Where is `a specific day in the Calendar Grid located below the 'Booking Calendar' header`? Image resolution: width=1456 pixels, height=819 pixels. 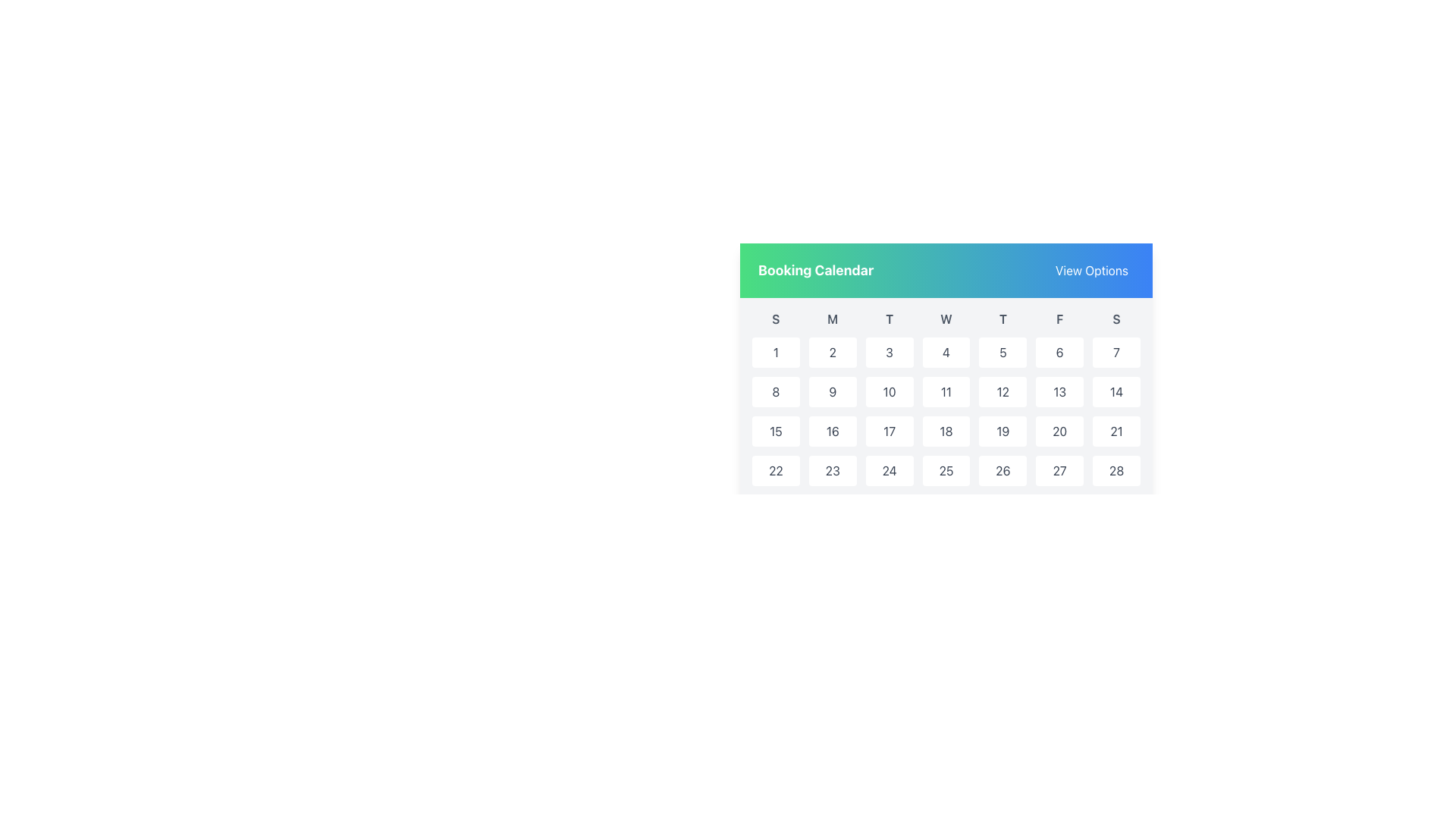 a specific day in the Calendar Grid located below the 'Booking Calendar' header is located at coordinates (946, 438).